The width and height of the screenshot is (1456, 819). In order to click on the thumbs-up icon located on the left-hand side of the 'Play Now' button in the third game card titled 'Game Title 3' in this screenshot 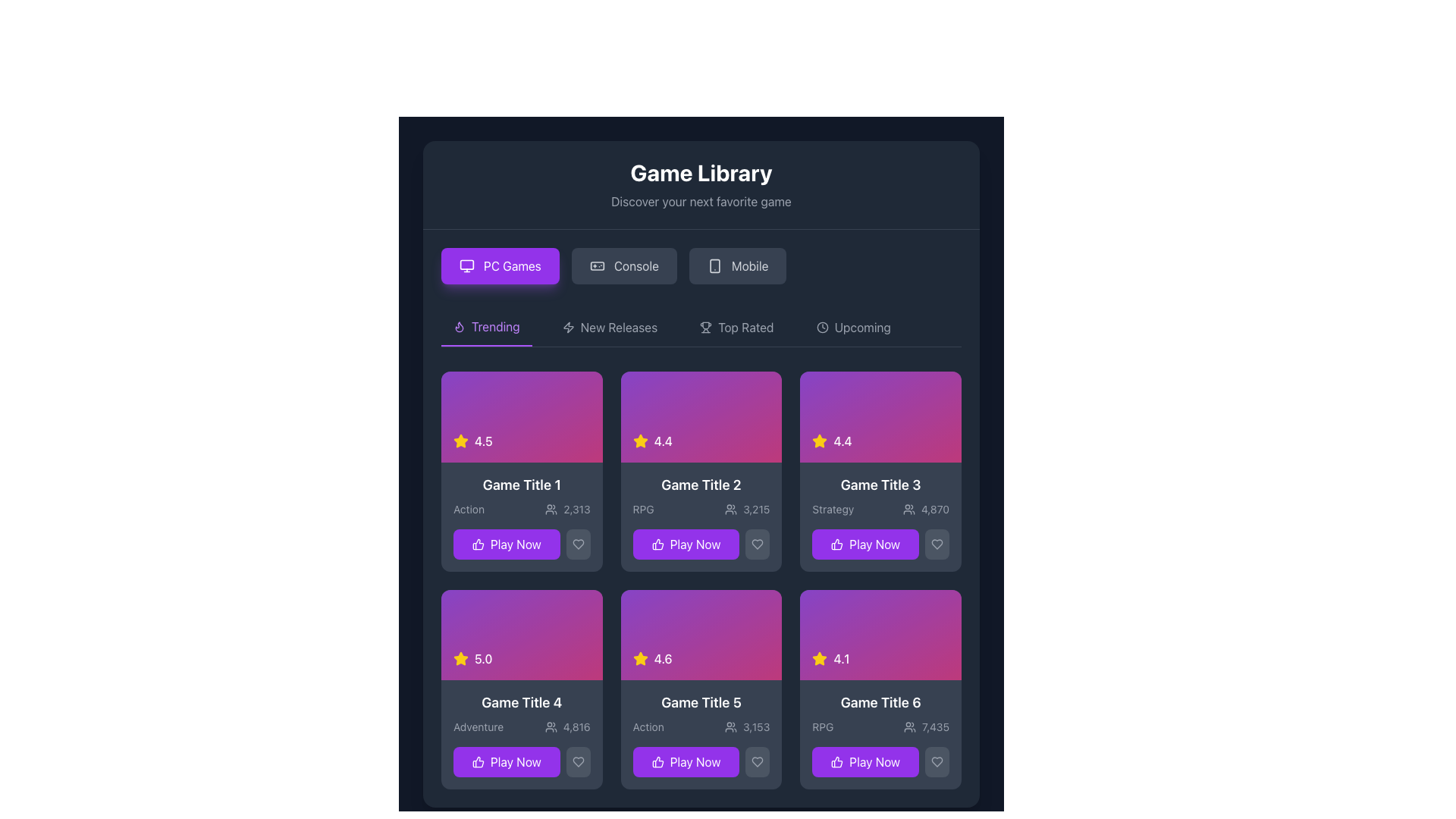, I will do `click(836, 543)`.